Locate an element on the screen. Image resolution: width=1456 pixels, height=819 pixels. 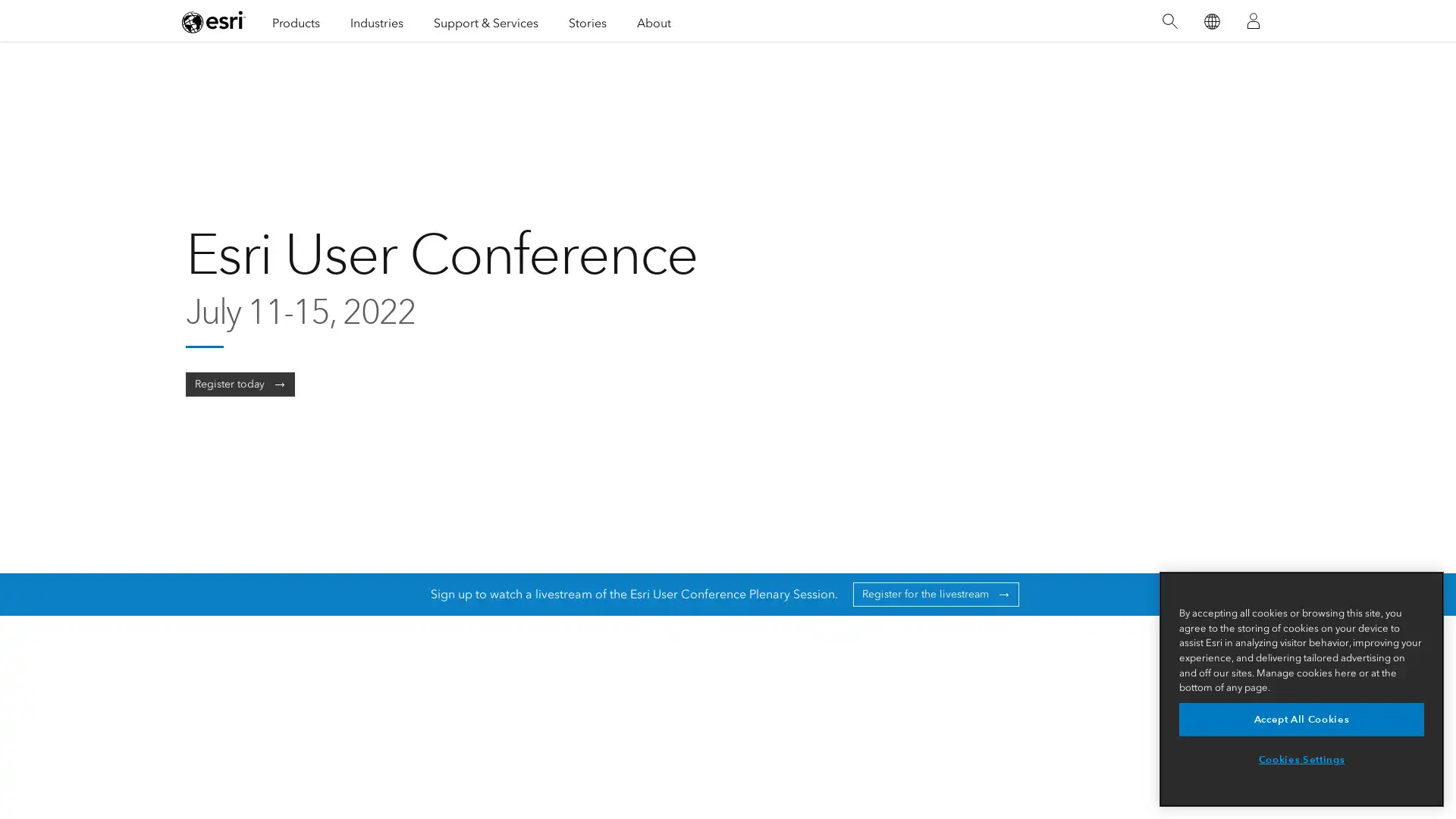
Industries is located at coordinates (377, 20).